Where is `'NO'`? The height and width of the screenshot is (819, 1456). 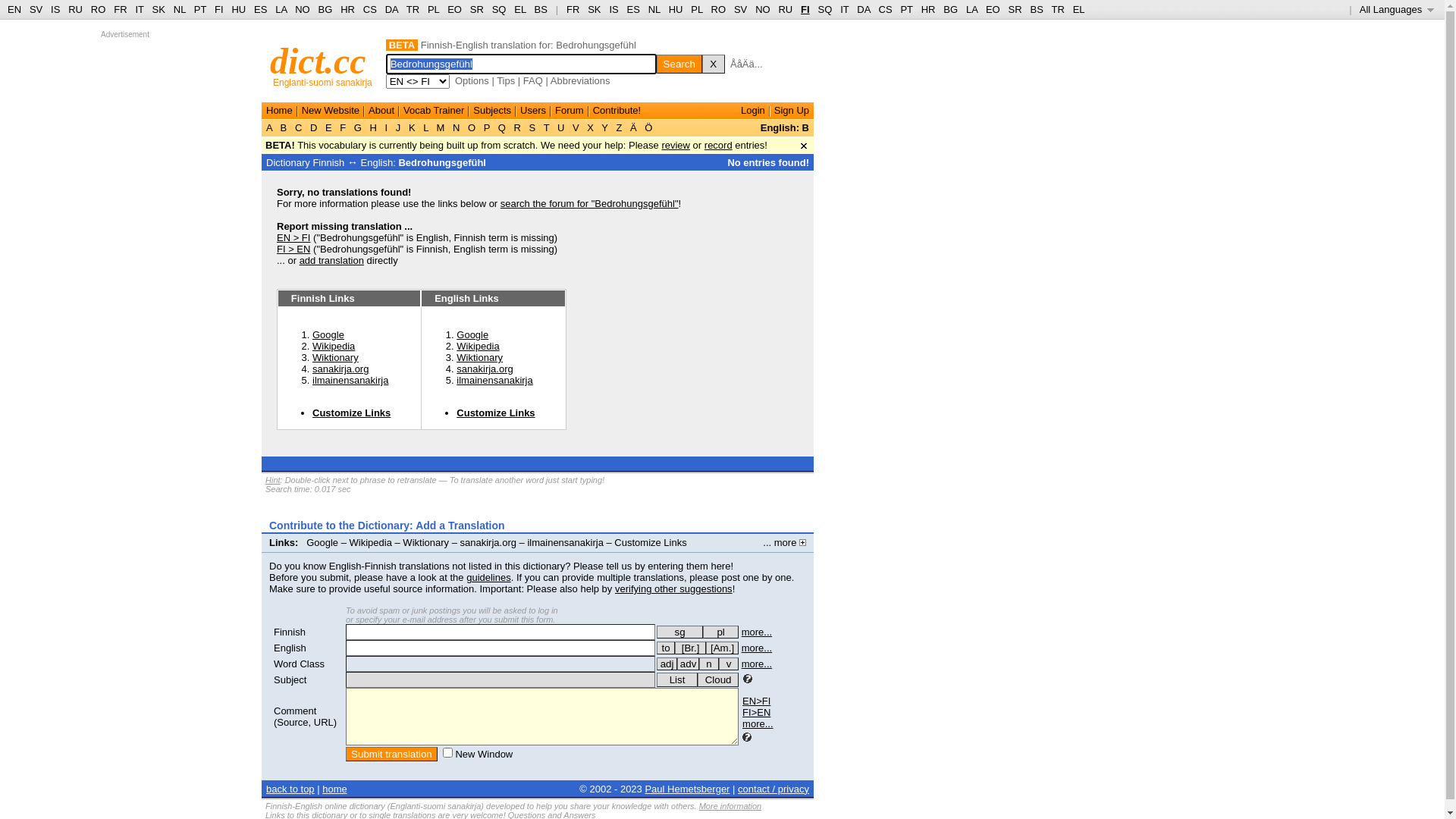
'NO' is located at coordinates (763, 9).